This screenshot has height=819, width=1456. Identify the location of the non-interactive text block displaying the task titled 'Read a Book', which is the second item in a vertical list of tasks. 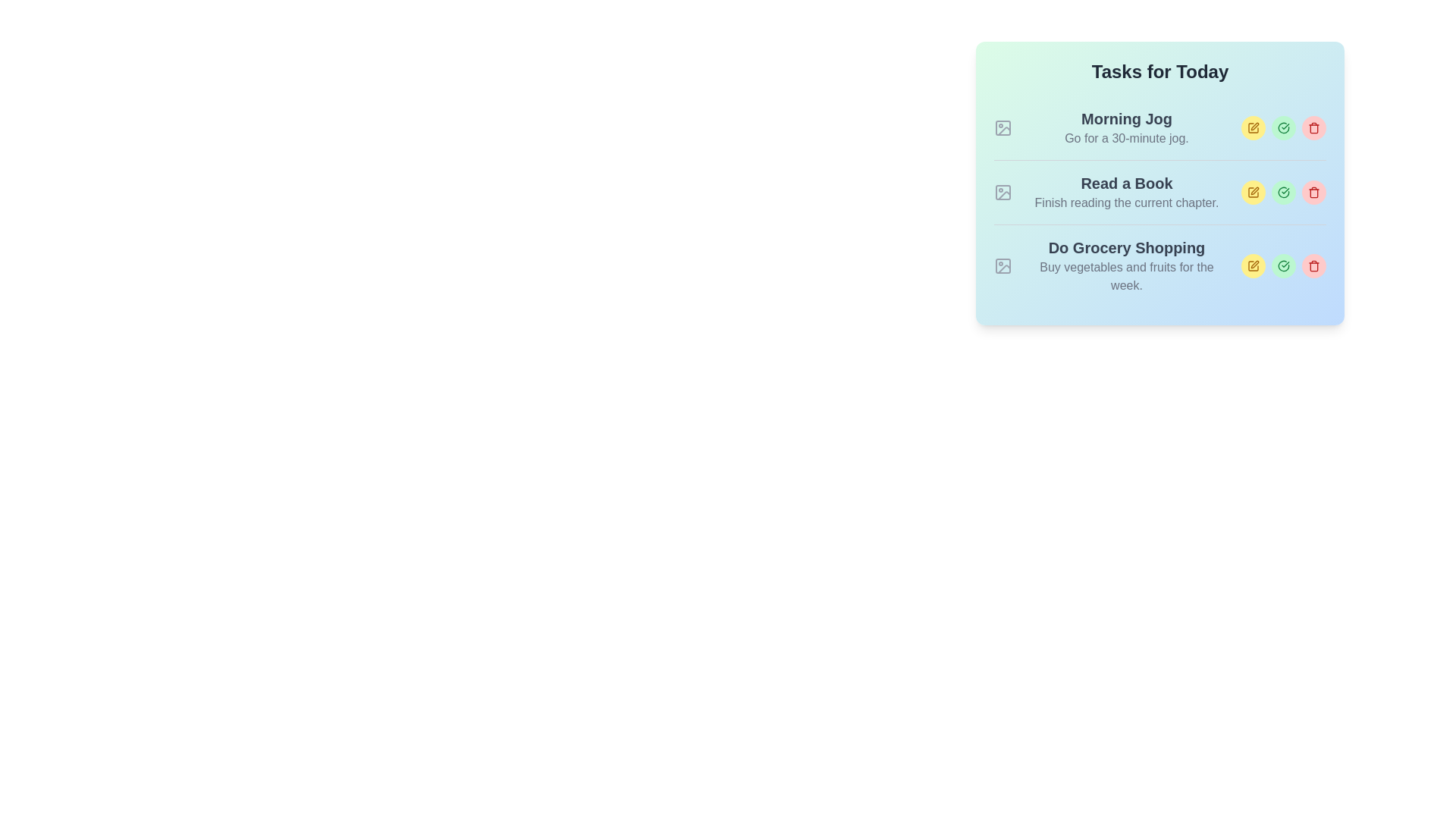
(1127, 192).